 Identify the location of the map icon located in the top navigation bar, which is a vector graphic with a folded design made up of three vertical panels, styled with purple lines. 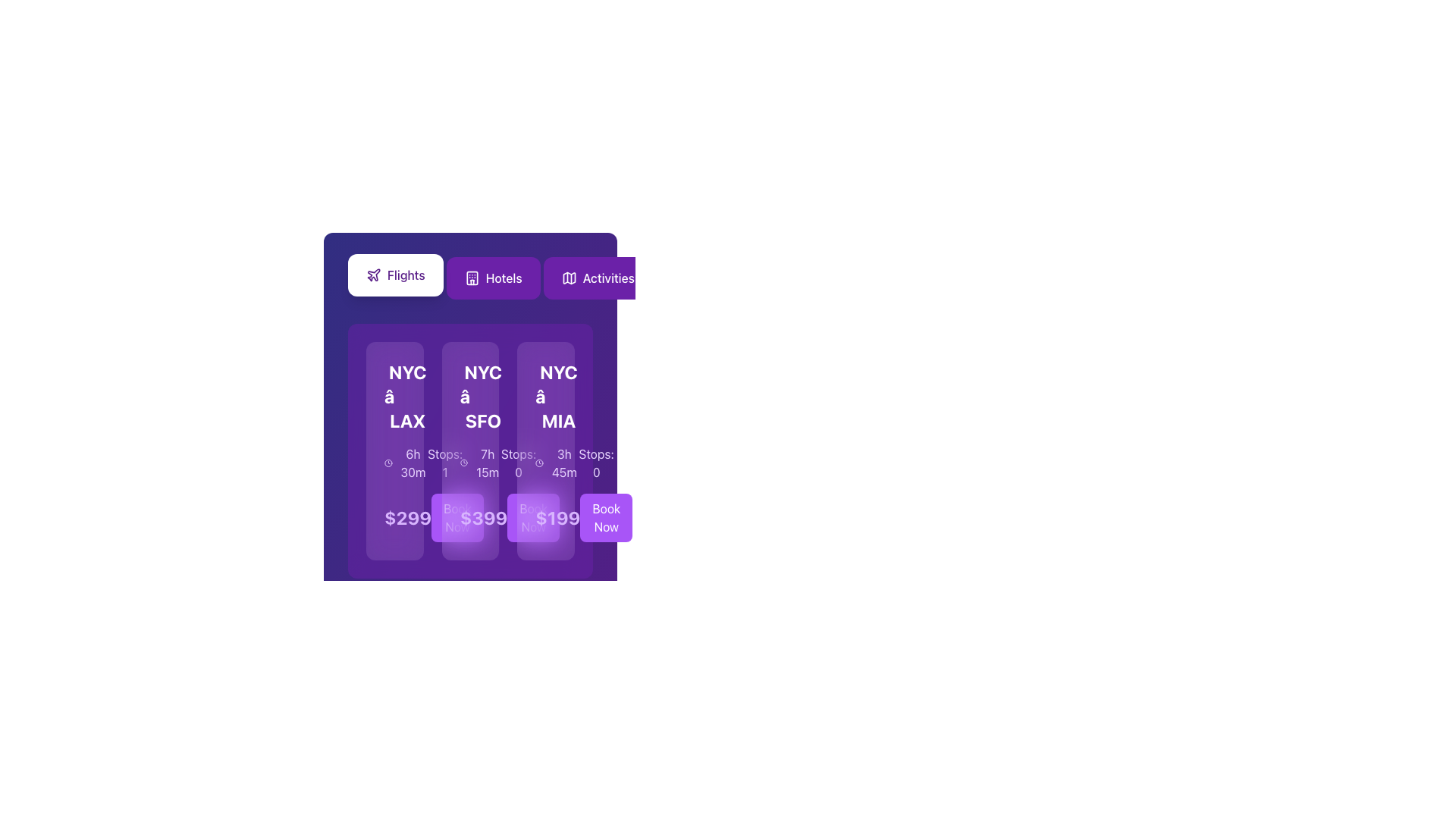
(568, 278).